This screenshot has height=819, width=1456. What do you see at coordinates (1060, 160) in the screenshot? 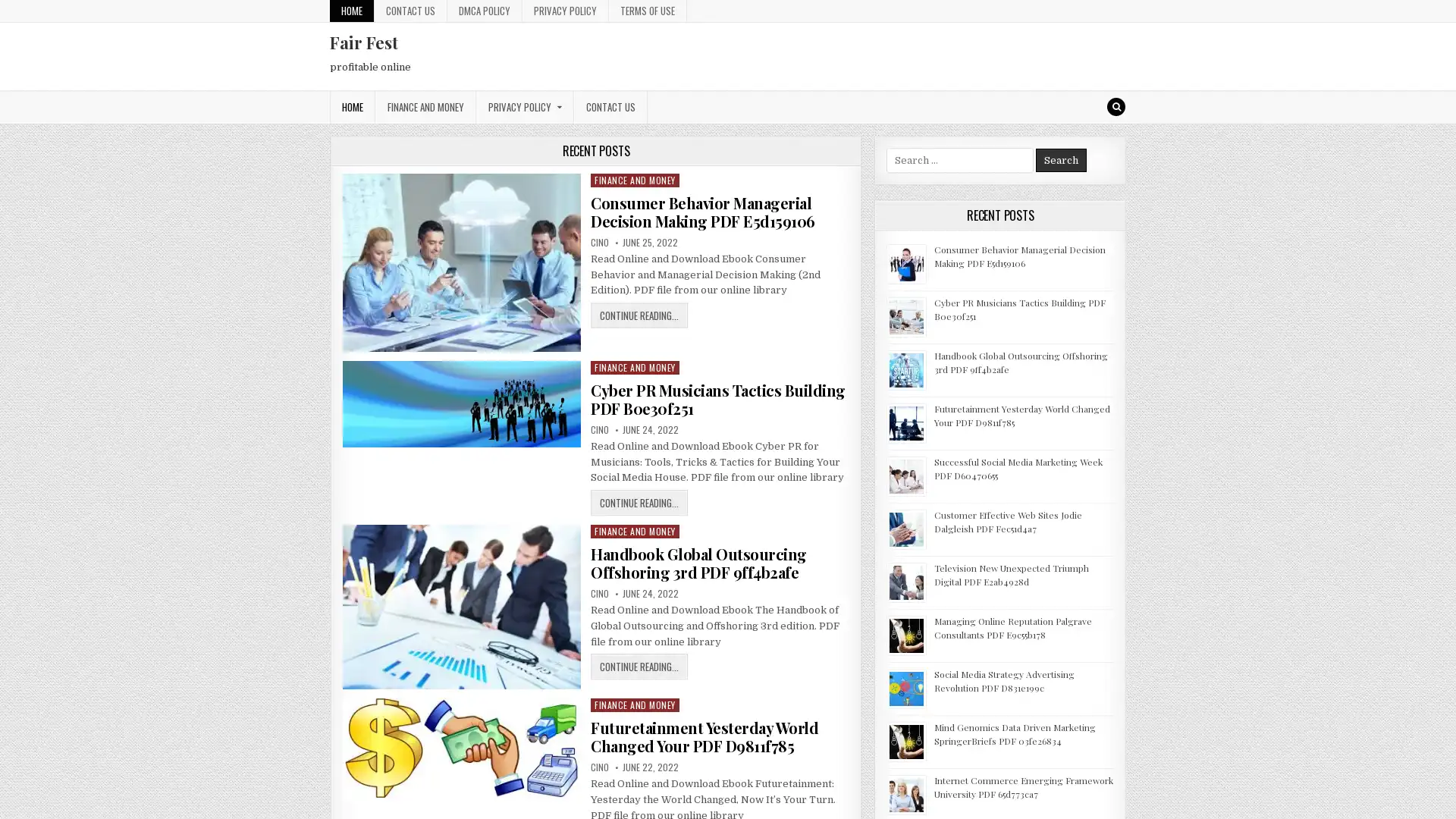
I see `Search` at bounding box center [1060, 160].